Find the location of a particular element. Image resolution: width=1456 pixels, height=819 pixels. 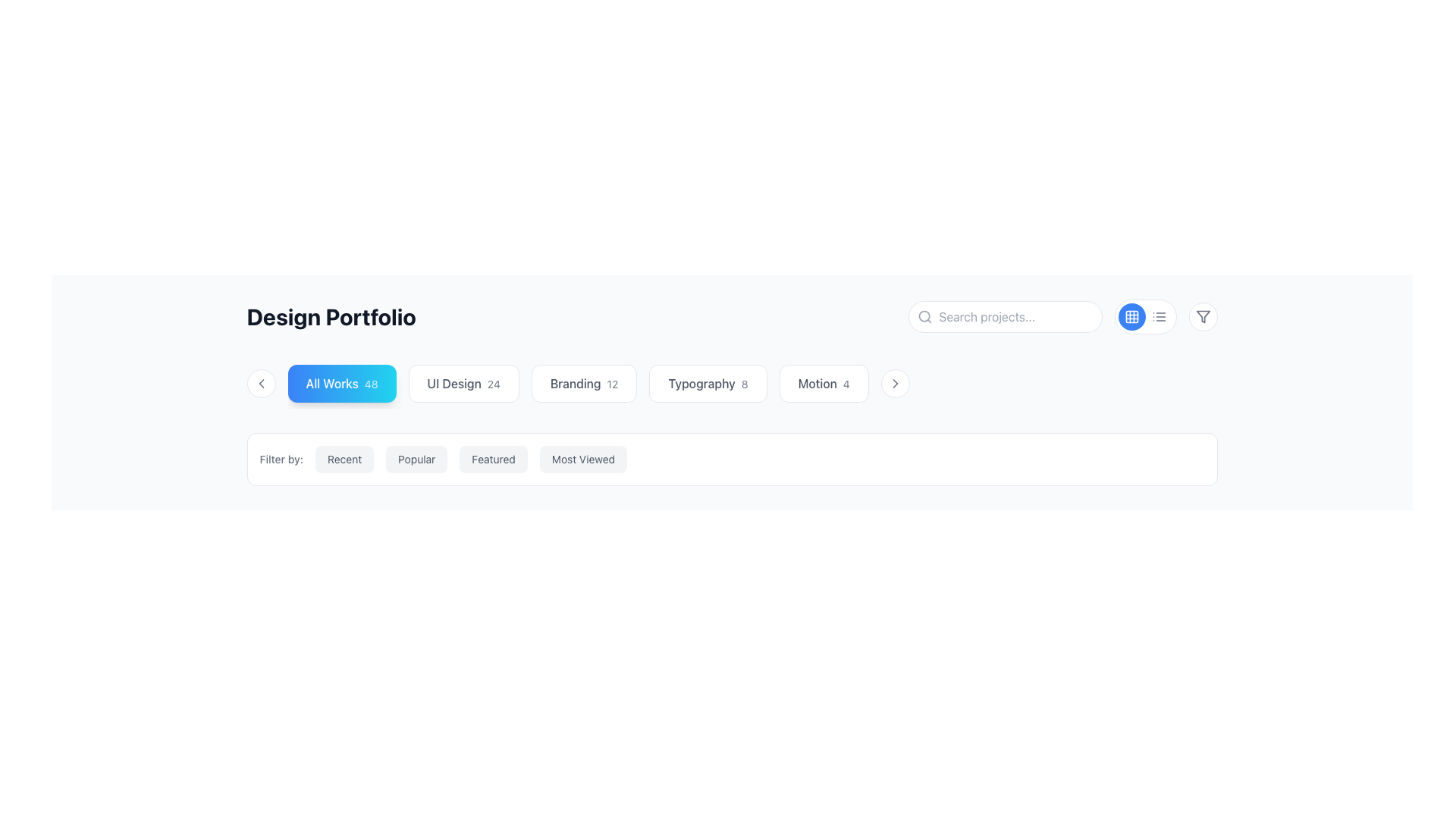

the second circular button from the left in the upper-right corner of the interface, which is a gray button with a list symbol, for any potential extended interaction is located at coordinates (1158, 315).